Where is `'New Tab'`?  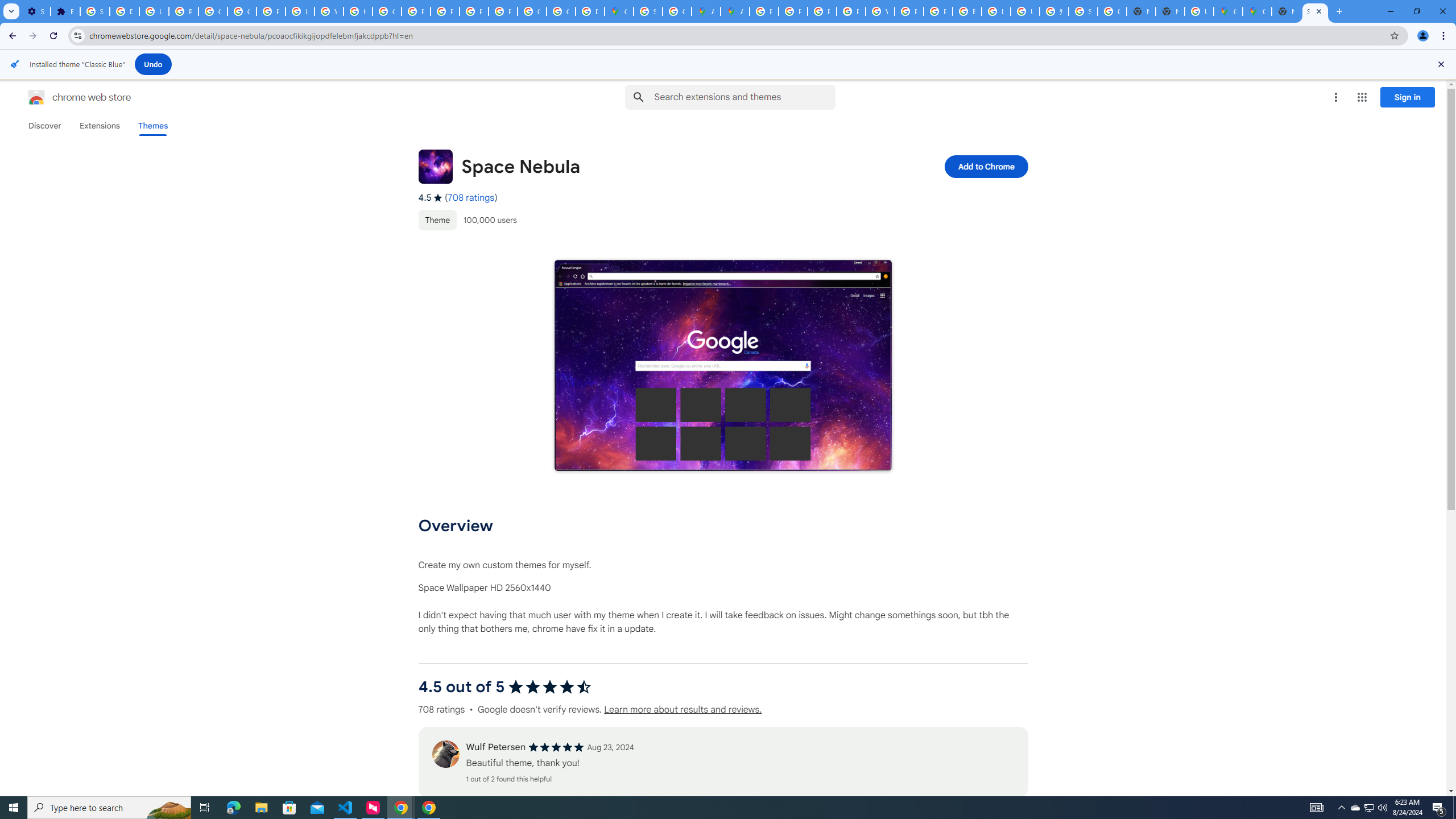
'New Tab' is located at coordinates (1286, 11).